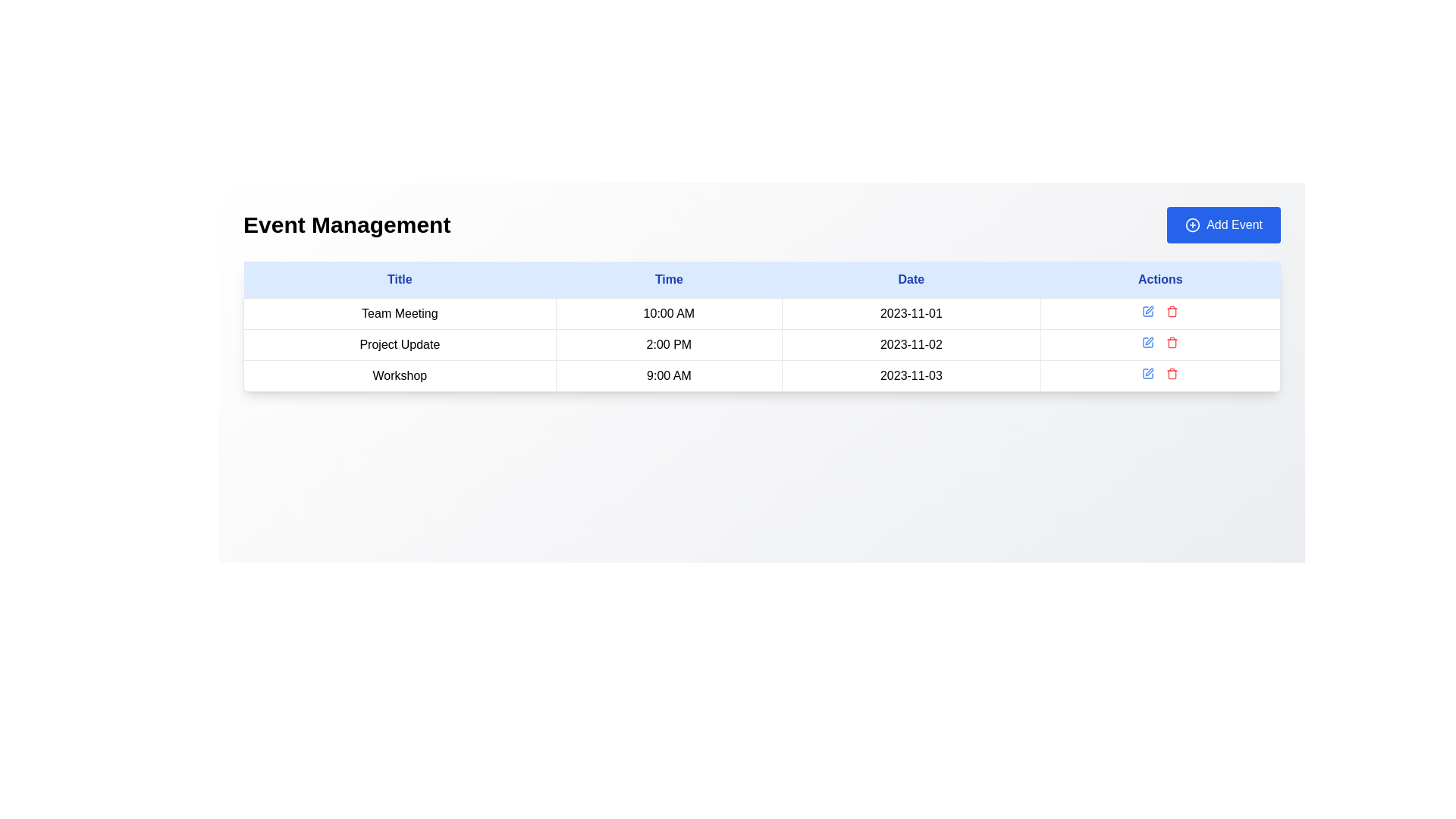  What do you see at coordinates (1159, 375) in the screenshot?
I see `the interactive cell in the 'Actions' column of the 'Event Management' table for the 'Workshop' event` at bounding box center [1159, 375].